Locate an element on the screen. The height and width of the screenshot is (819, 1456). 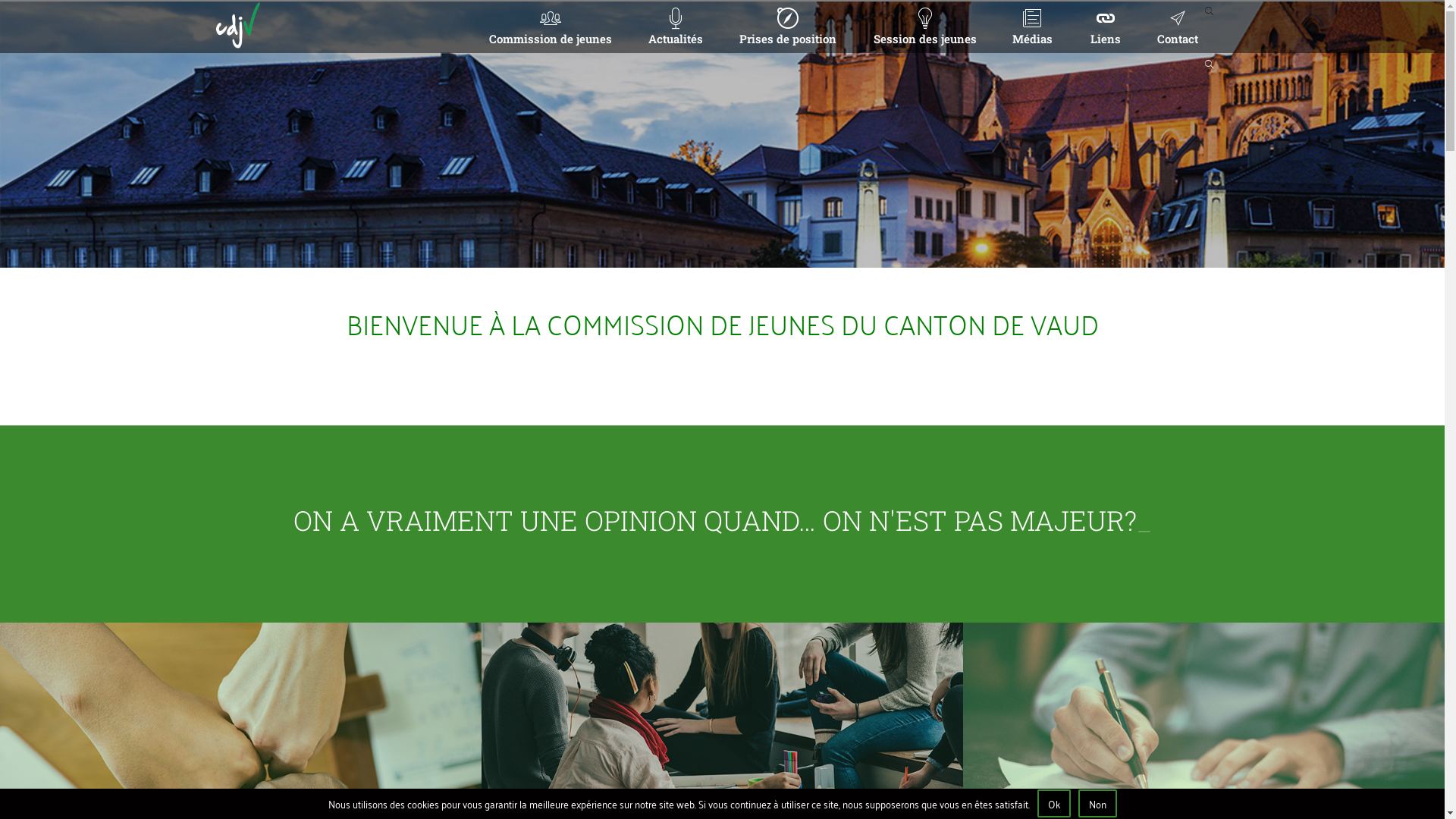
'Commission de jeunes' is located at coordinates (549, 26).